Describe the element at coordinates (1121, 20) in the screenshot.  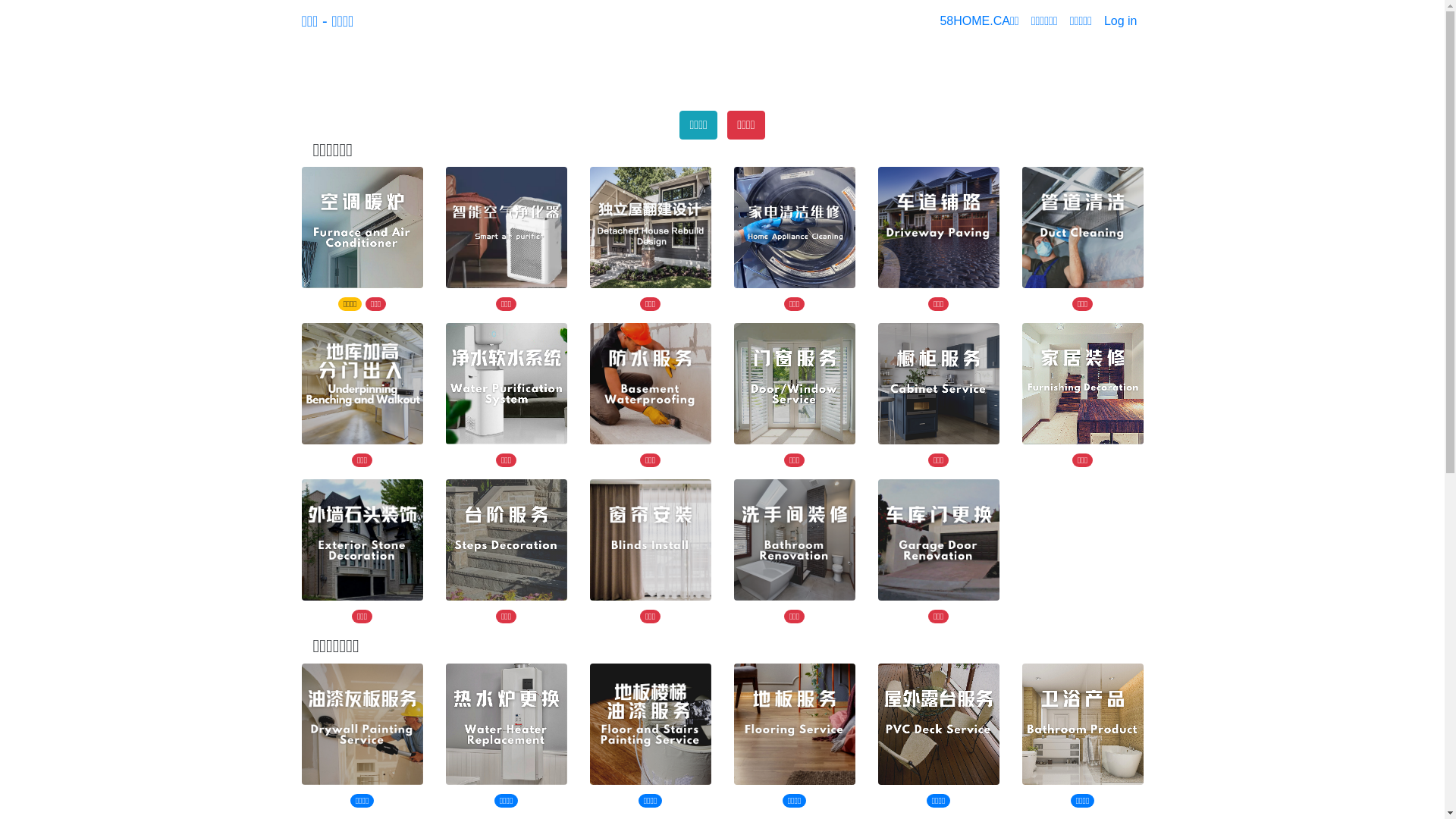
I see `'Log in'` at that location.